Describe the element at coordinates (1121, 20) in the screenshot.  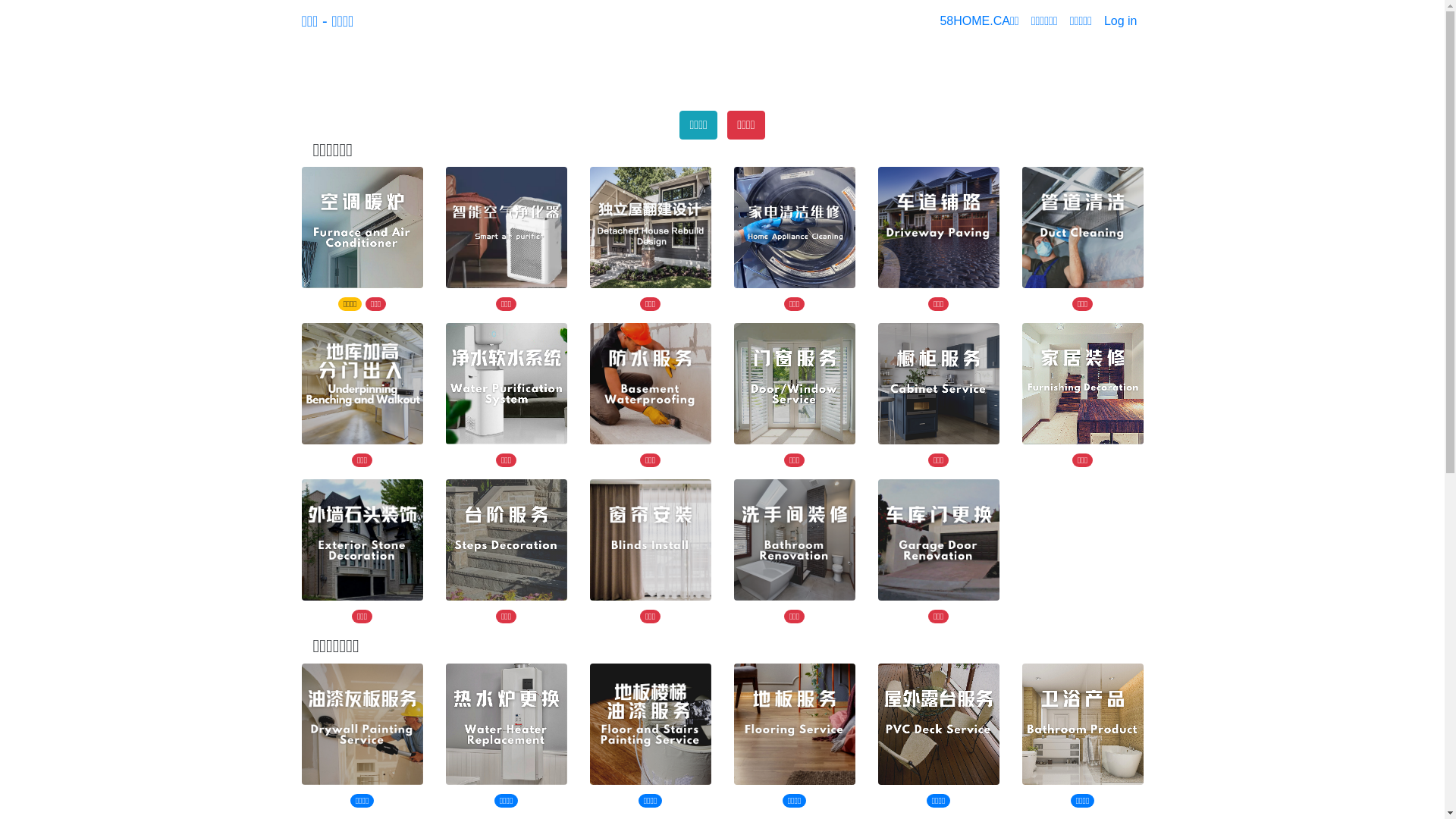
I see `'Log in'` at that location.